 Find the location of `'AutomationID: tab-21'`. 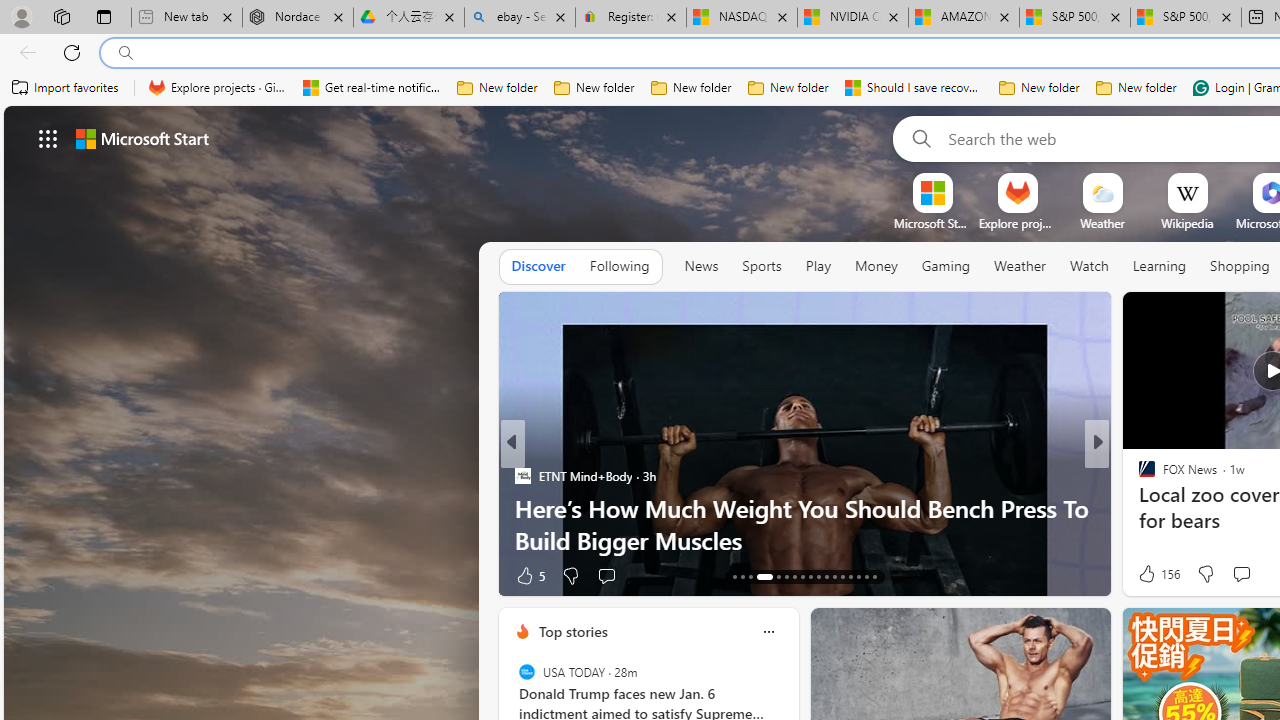

'AutomationID: tab-21' is located at coordinates (810, 577).